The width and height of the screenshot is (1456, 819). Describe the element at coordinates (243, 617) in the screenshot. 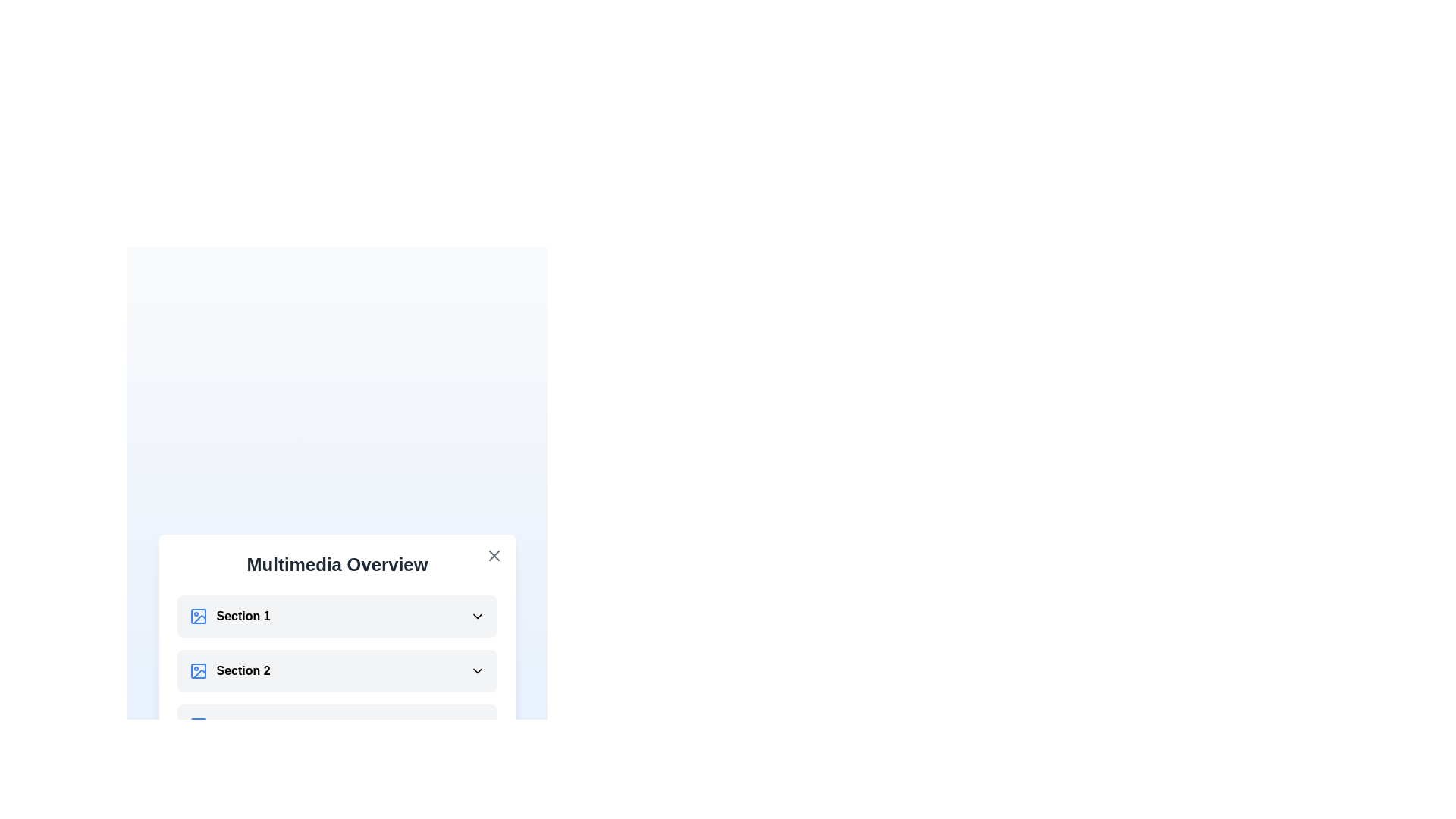

I see `text label 'Section 1' located to the right of the icon in the top segment of the vertical list within the 'Multimedia Overview' modal dialog box` at that location.